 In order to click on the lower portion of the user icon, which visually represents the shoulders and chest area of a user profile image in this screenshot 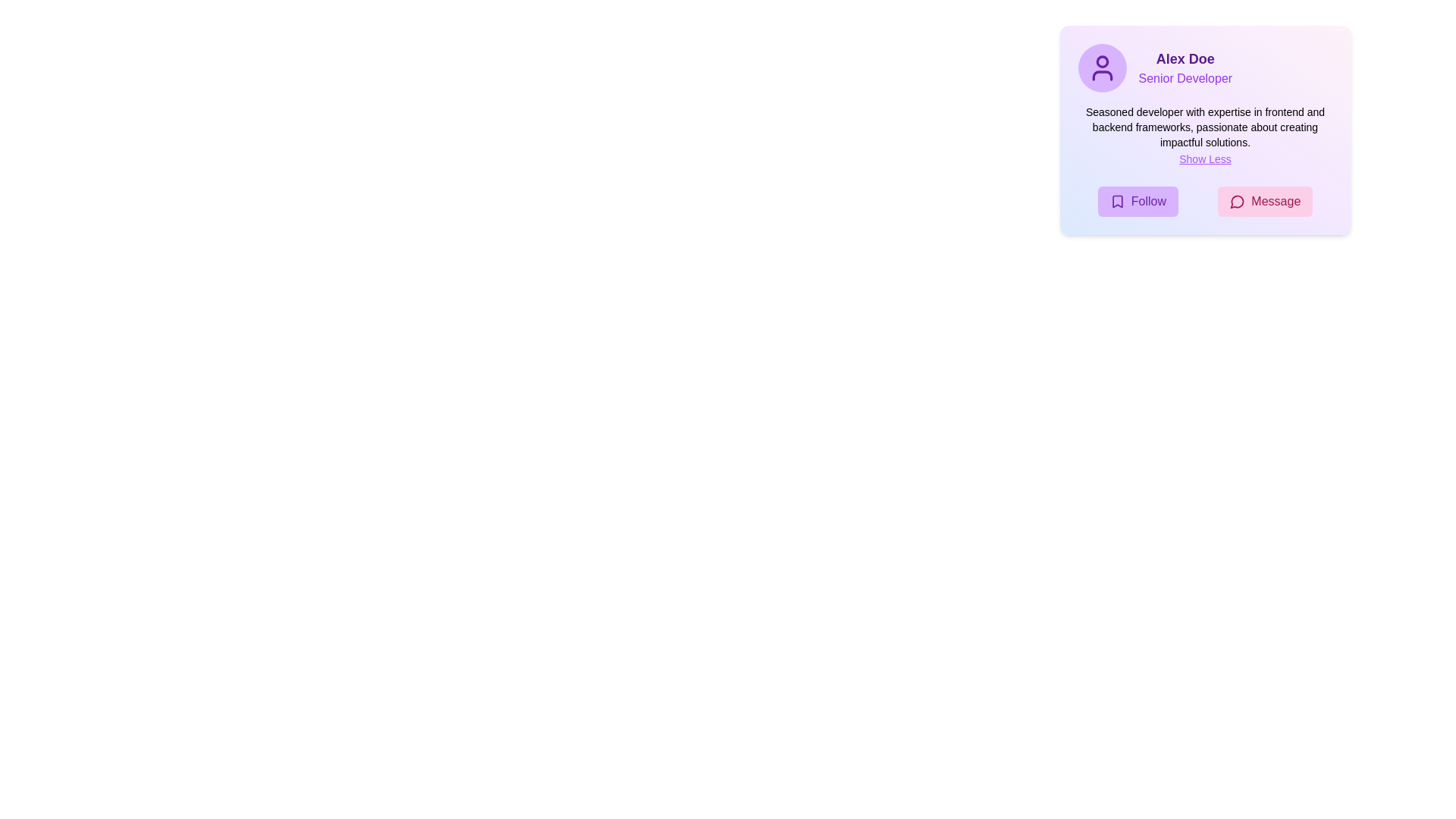, I will do `click(1102, 76)`.